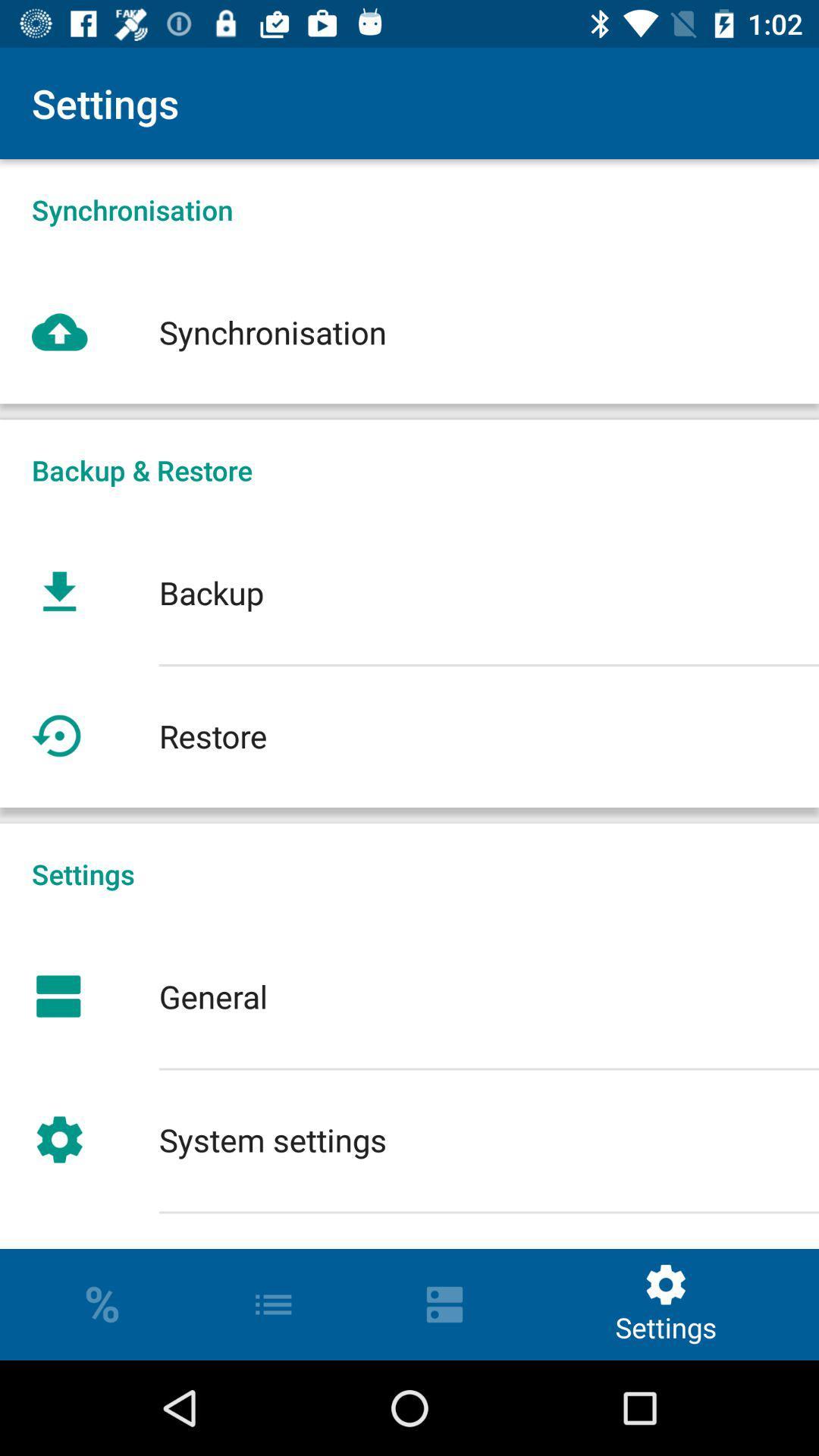 Image resolution: width=819 pixels, height=1456 pixels. Describe the element at coordinates (409, 1230) in the screenshot. I see `icon below system settings icon` at that location.